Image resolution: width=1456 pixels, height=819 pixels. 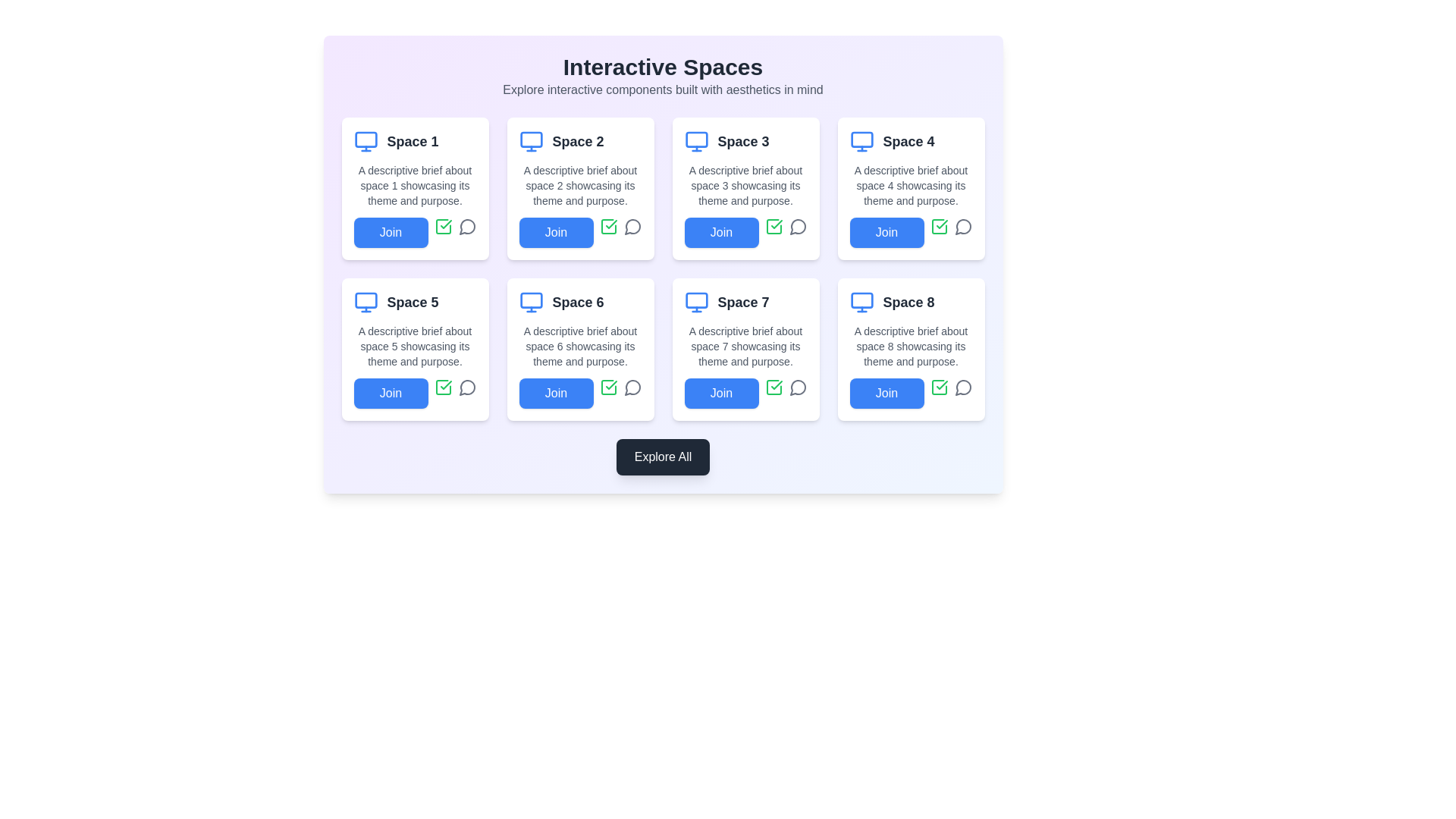 I want to click on the Text label that provides a brief description for 'Space 1', located below the title 'Space 1' and above the 'Join' button, so click(x=415, y=185).